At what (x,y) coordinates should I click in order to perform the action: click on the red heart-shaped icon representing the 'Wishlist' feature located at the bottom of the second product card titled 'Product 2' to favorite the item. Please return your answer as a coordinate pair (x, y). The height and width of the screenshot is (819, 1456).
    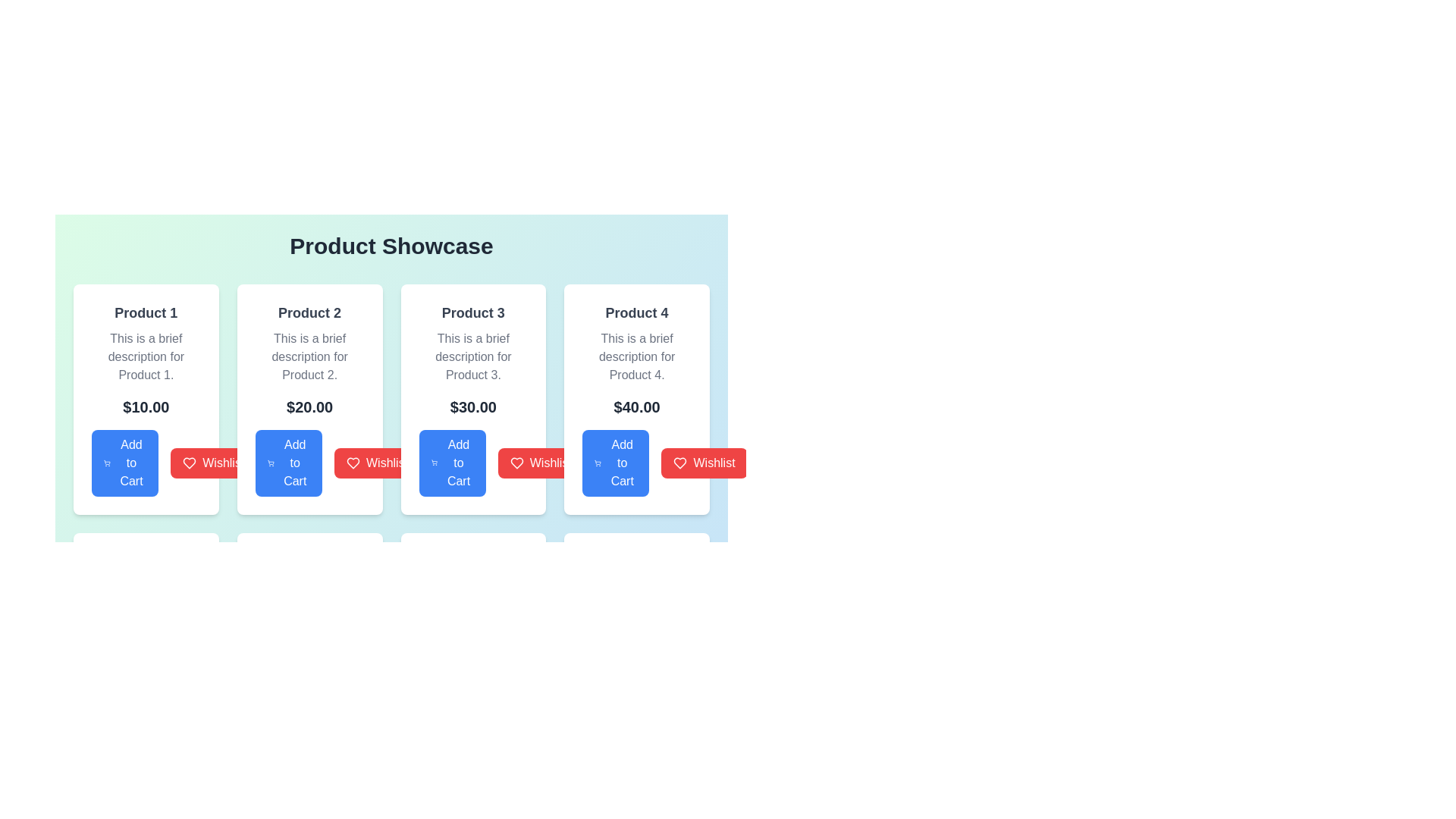
    Looking at the image, I should click on (189, 462).